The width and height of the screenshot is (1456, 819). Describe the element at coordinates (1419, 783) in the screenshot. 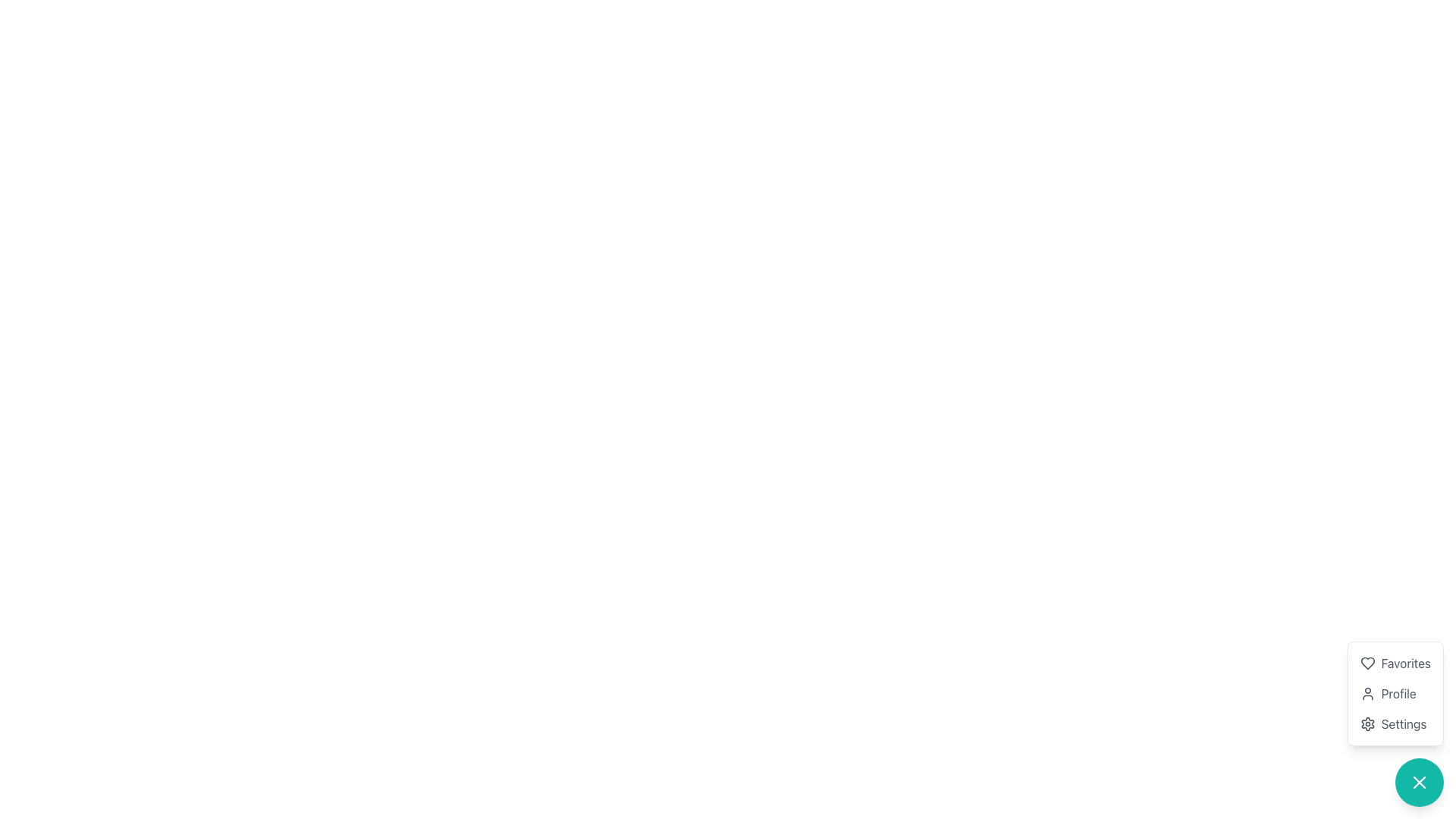

I see `the close button icon located at the bottom-right corner of the interface, which is a circular button with a teal background` at that location.